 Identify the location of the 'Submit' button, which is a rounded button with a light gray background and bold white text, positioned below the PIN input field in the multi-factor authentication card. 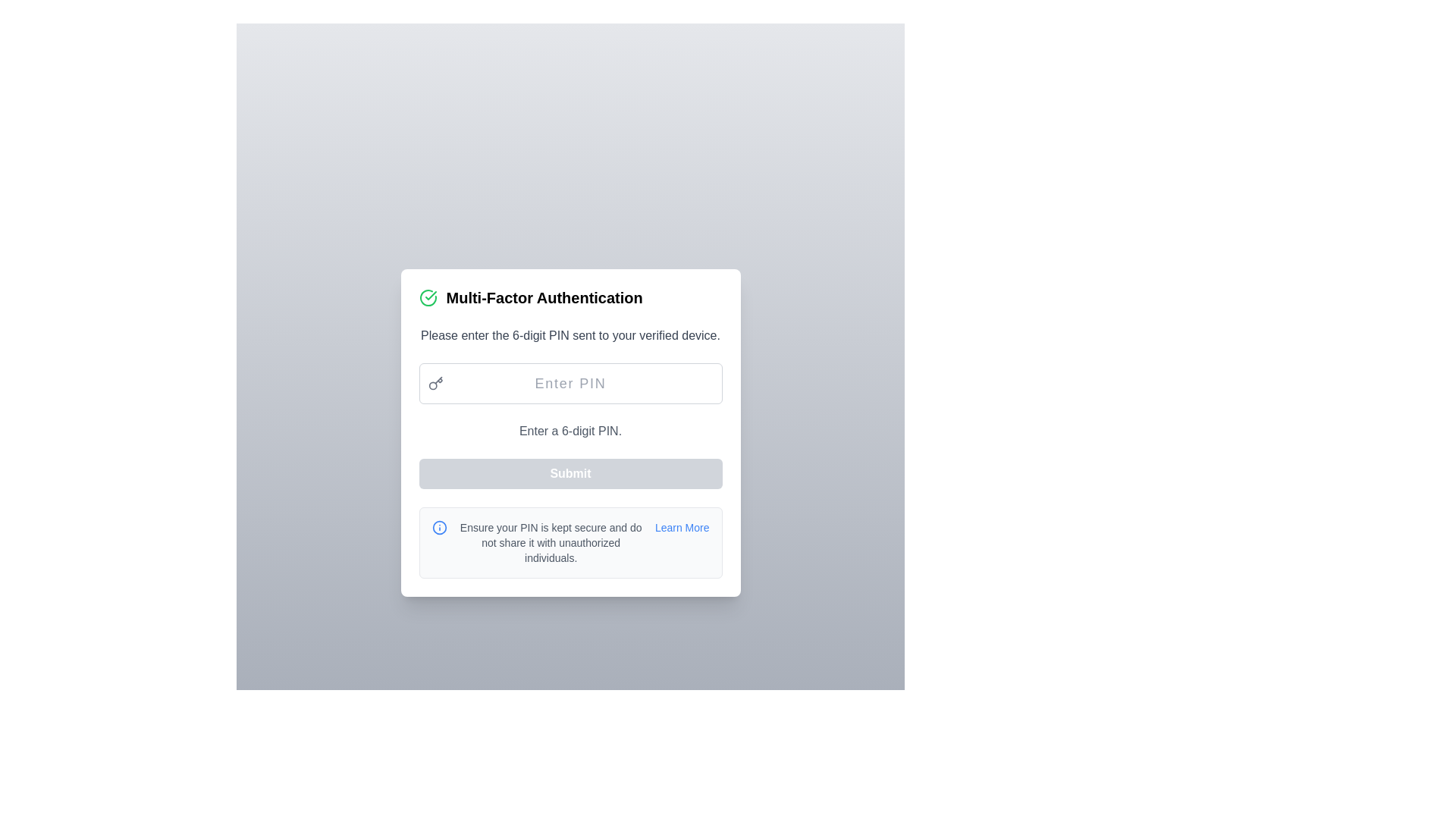
(570, 472).